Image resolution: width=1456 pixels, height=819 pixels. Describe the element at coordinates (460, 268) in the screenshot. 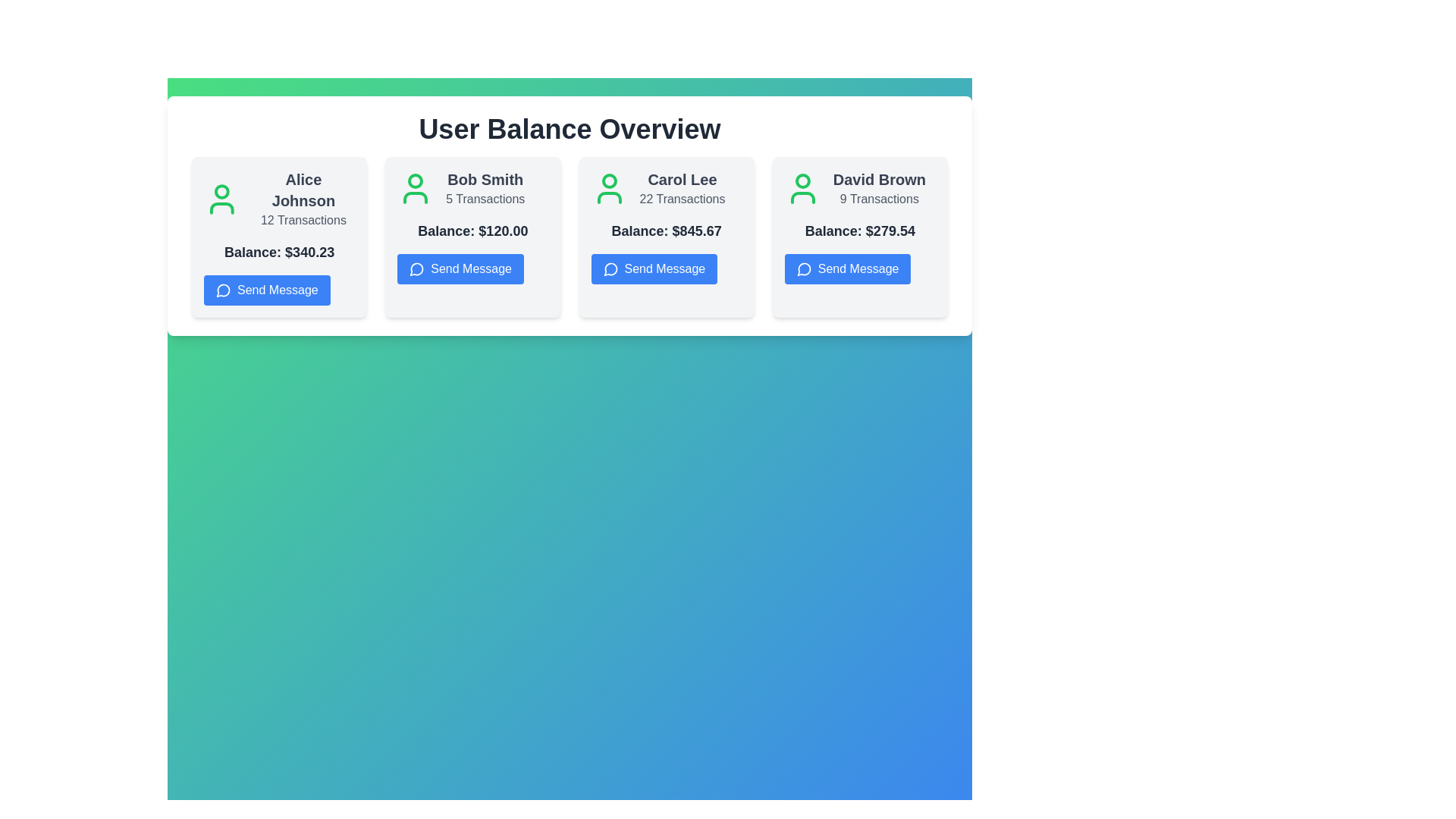

I see `the 'Send Message' button with a bright blue background and white text located within the 'Bob Smith' card` at that location.